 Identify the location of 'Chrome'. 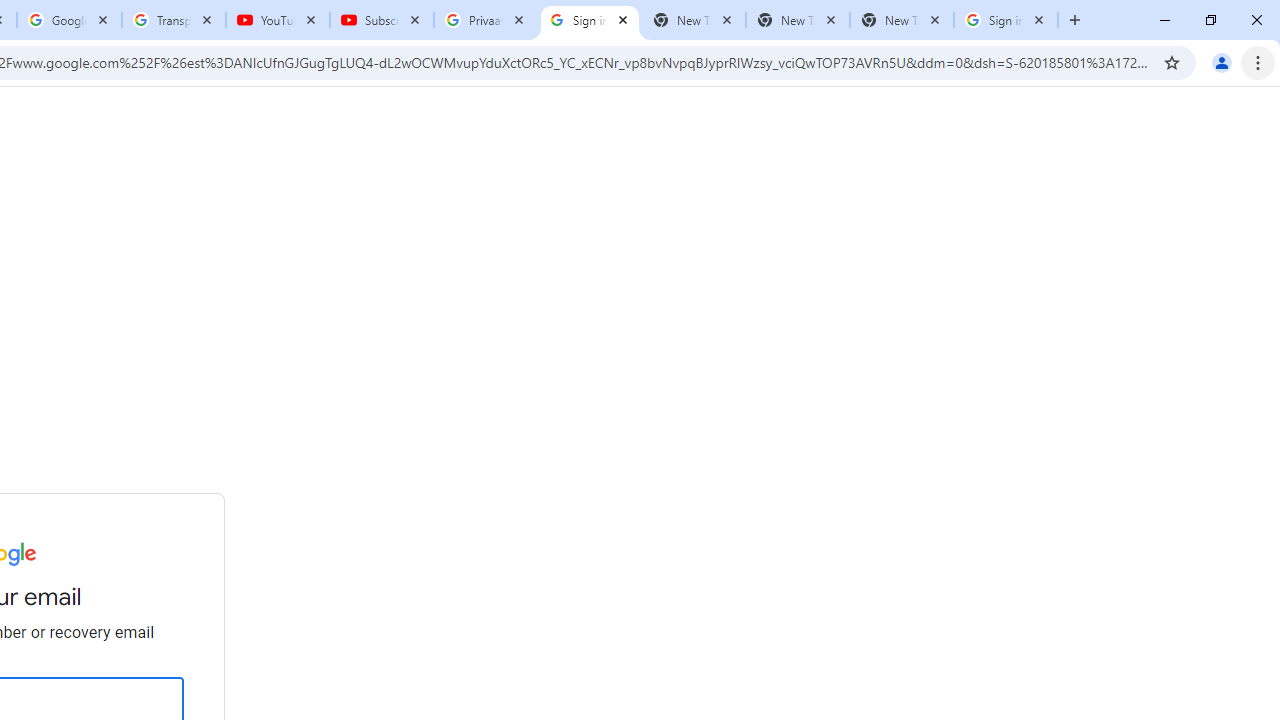
(1259, 61).